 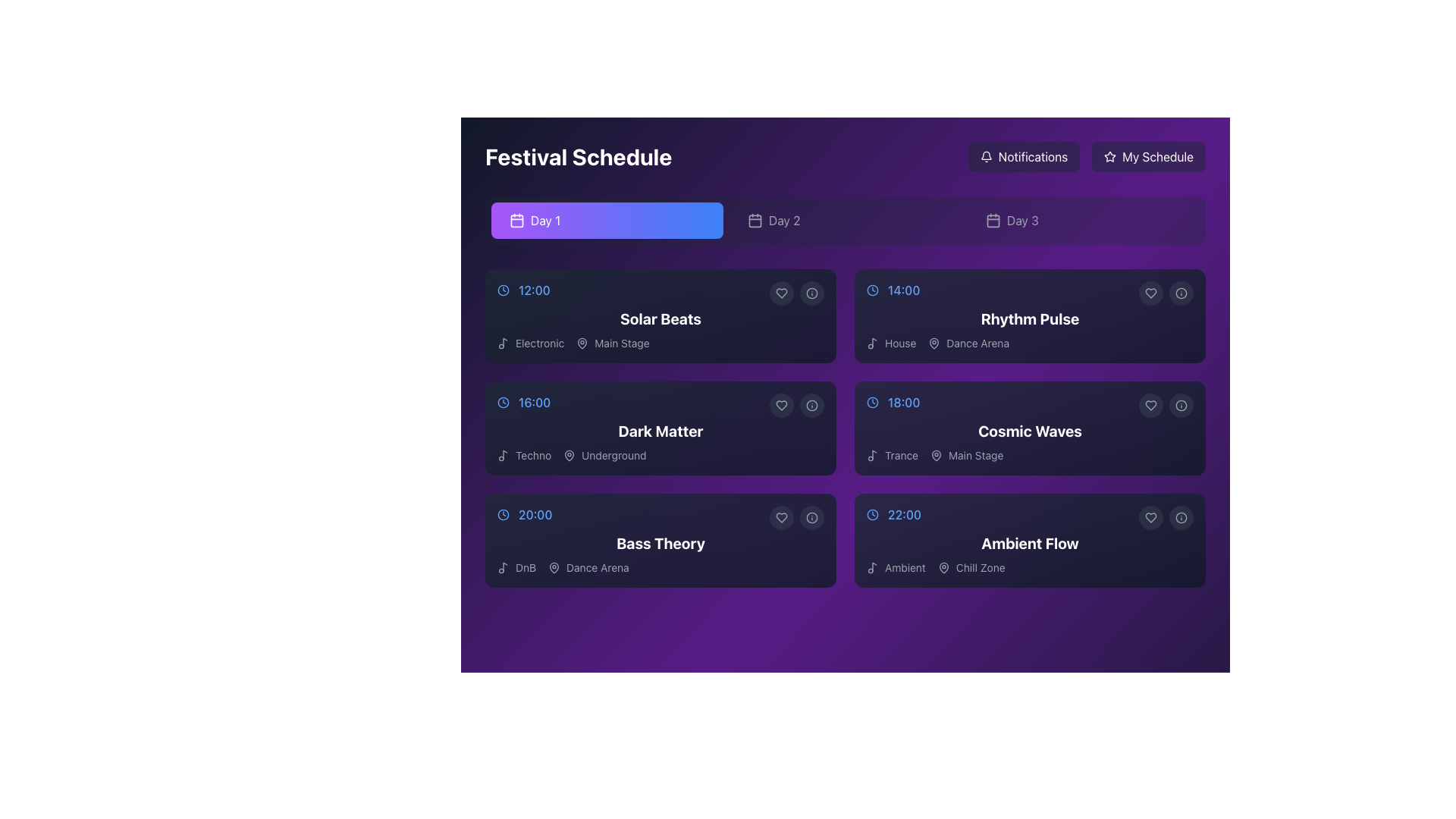 What do you see at coordinates (904, 290) in the screenshot?
I see `the text label displaying '14:00' in blue font color, located on the right side within the second row of the schedule grid, adjacent to the 'Rhythm Pulse' title` at bounding box center [904, 290].